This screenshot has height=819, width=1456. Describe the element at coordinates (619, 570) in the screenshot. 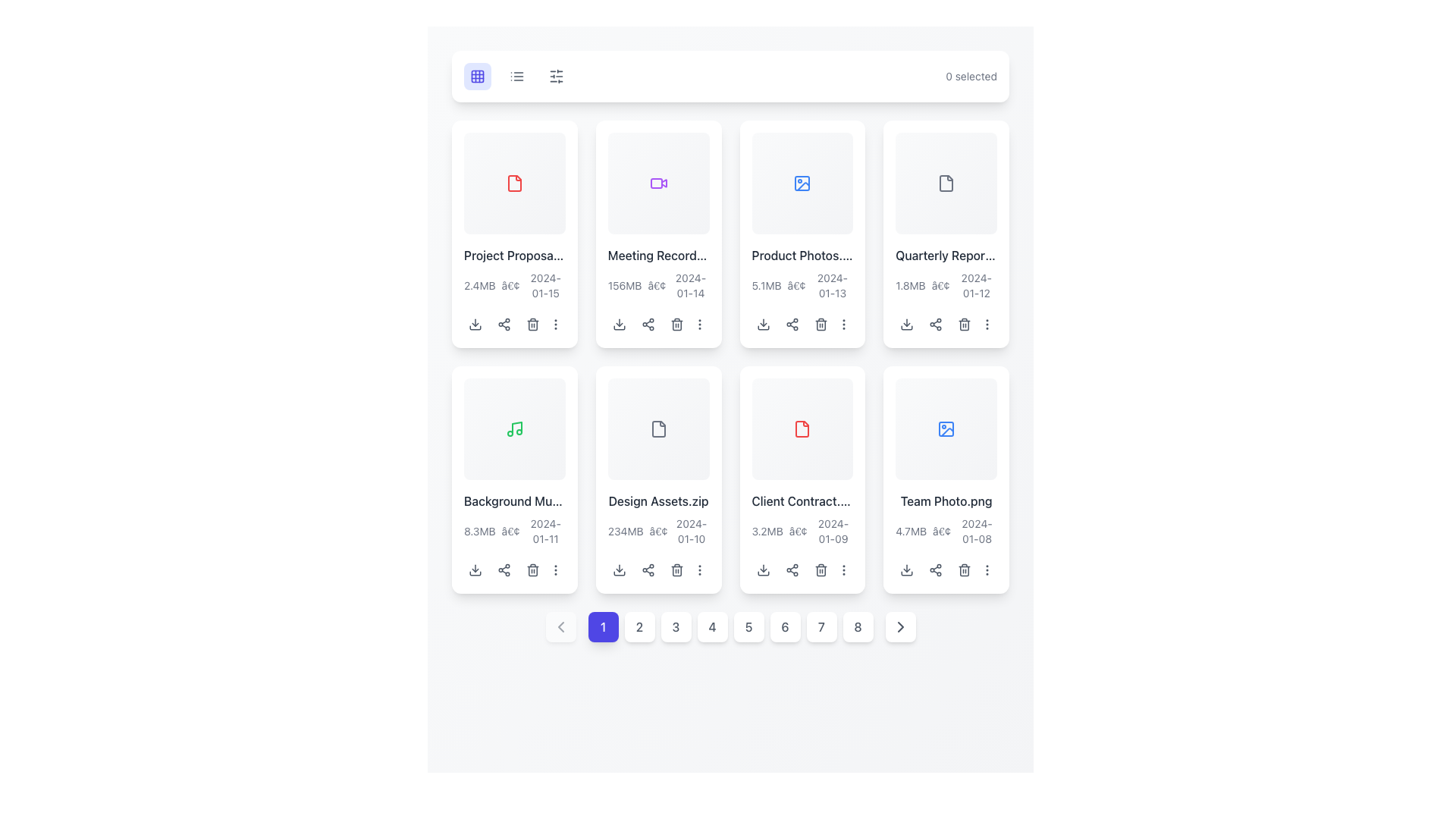

I see `the download button for the 'Design Assets.zip' file located within its card, positioned below the file name and details, to initiate the download` at that location.